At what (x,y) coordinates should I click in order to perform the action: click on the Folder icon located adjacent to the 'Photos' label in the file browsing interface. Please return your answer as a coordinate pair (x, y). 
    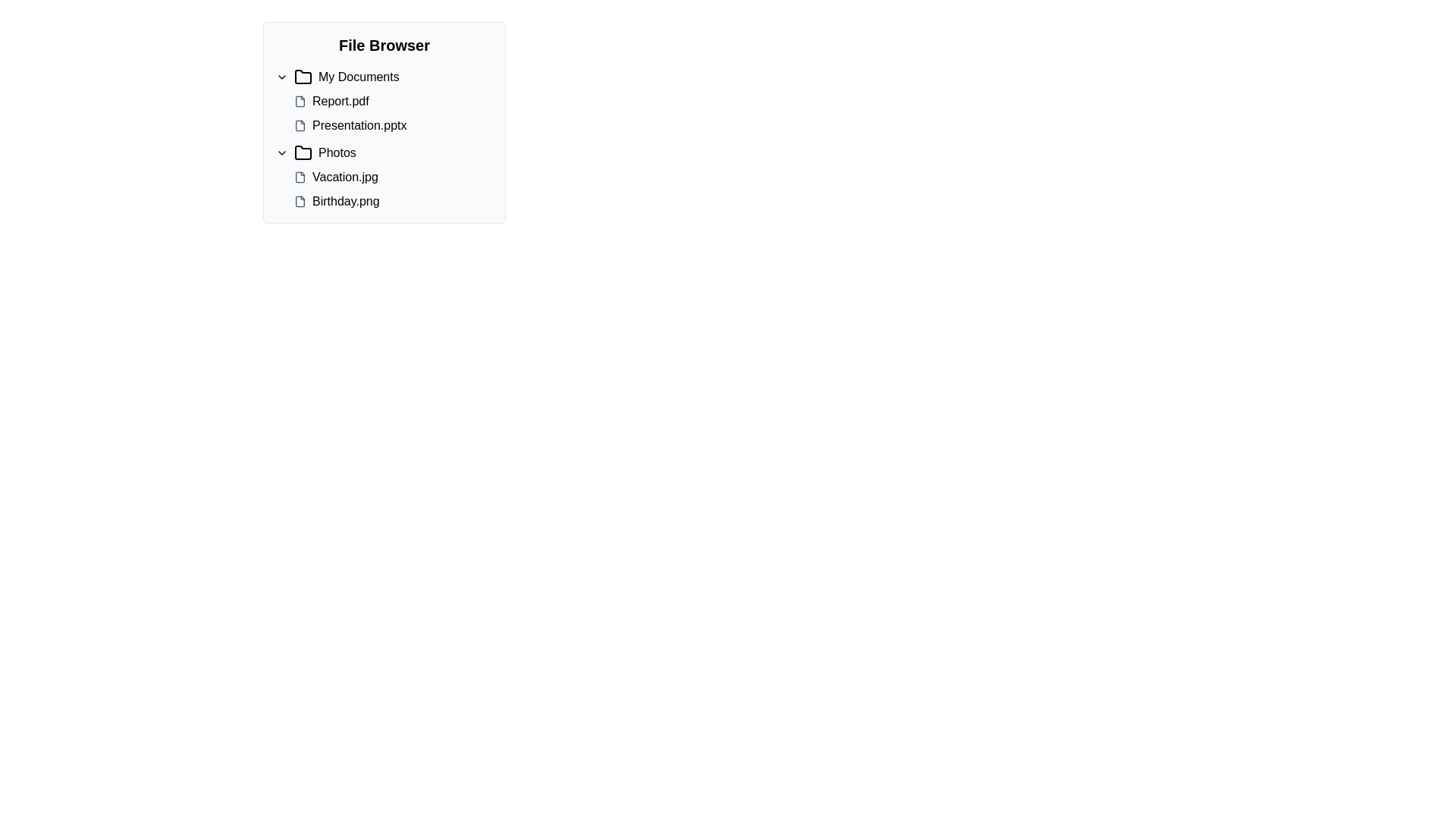
    Looking at the image, I should click on (303, 152).